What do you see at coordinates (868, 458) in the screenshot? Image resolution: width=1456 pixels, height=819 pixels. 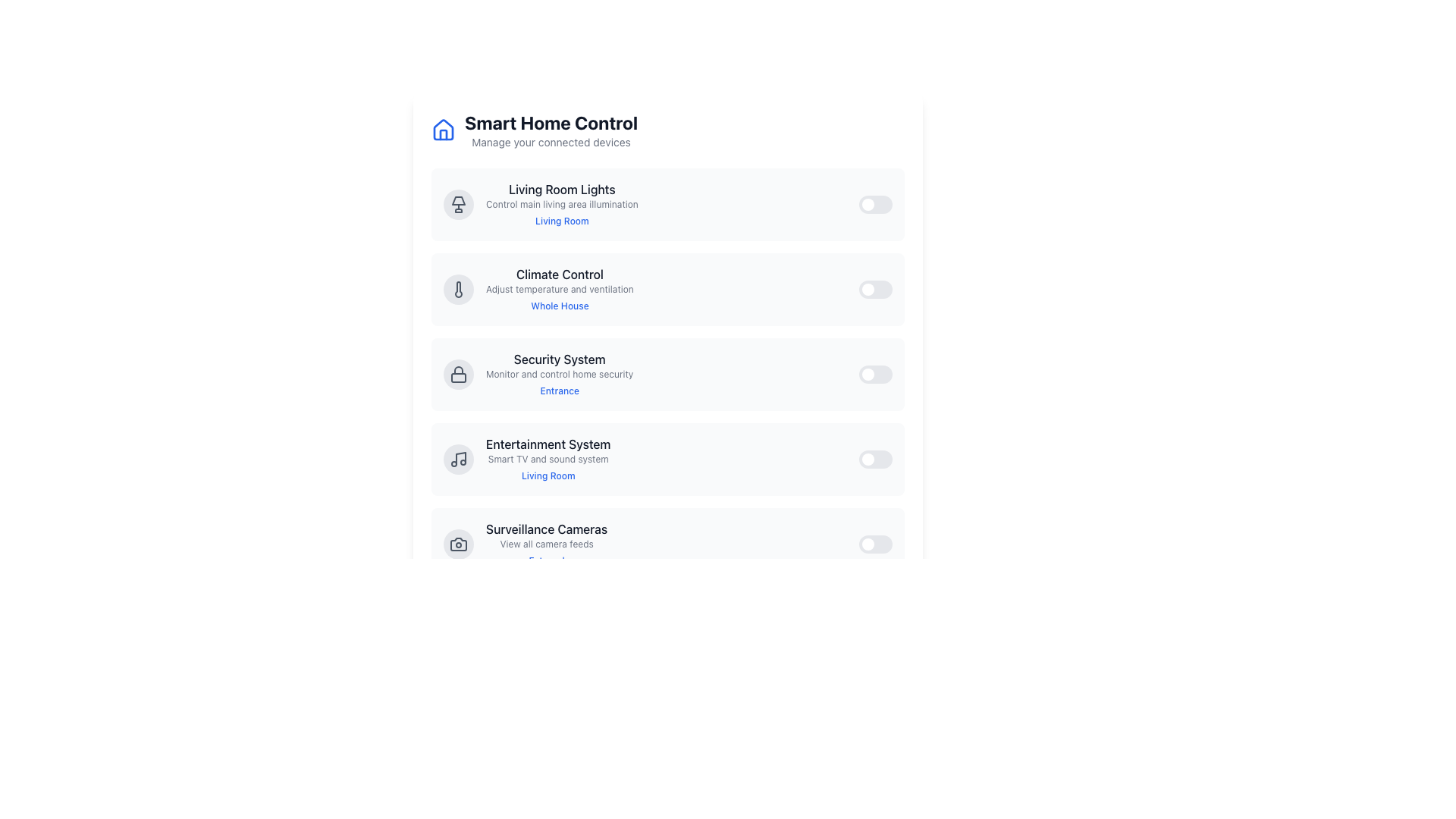 I see `the toggle switch handle, which is a small circular UI component resembling a toggle switch` at bounding box center [868, 458].